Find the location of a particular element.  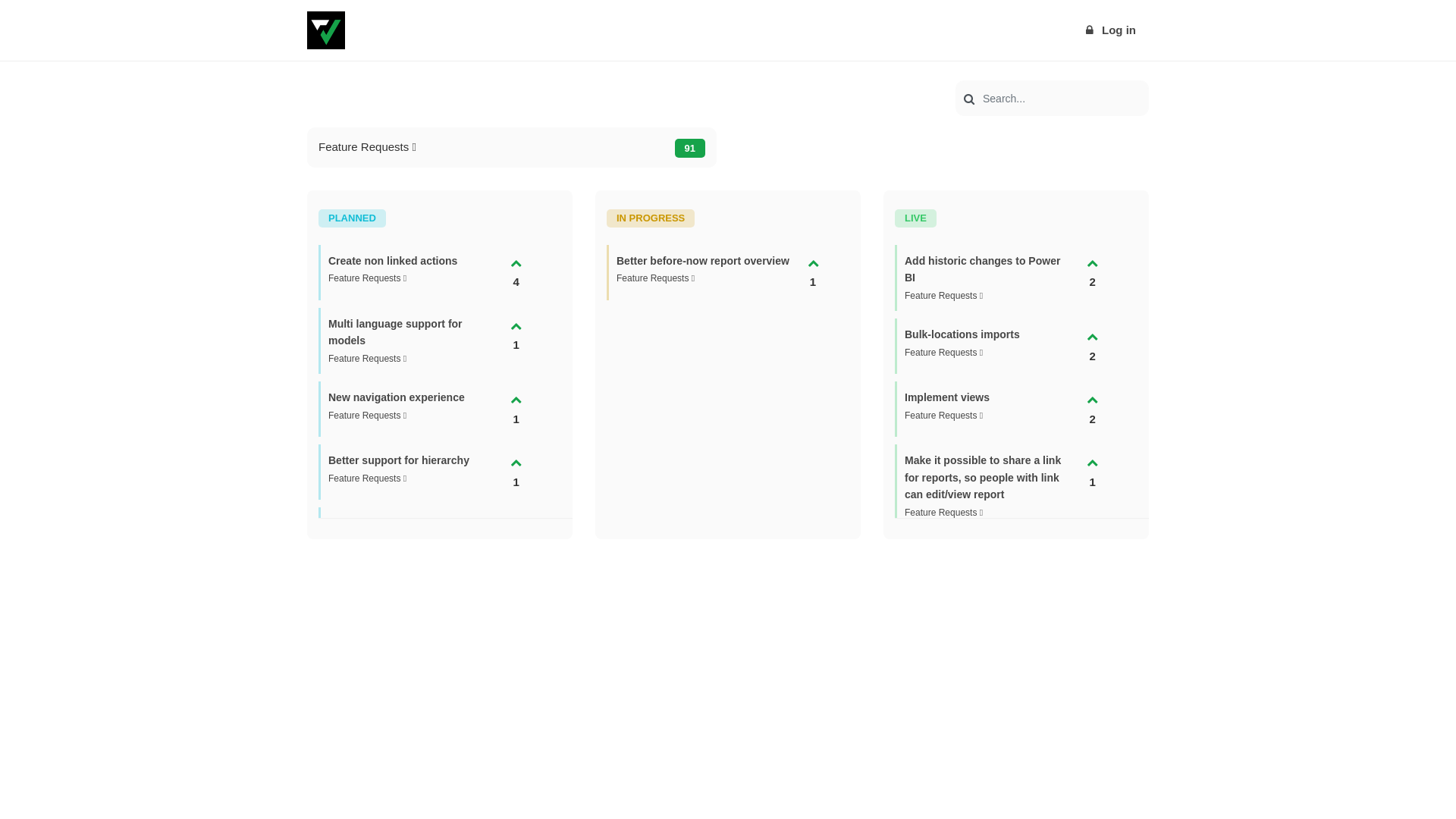

'Create non linked actions' is located at coordinates (393, 259).